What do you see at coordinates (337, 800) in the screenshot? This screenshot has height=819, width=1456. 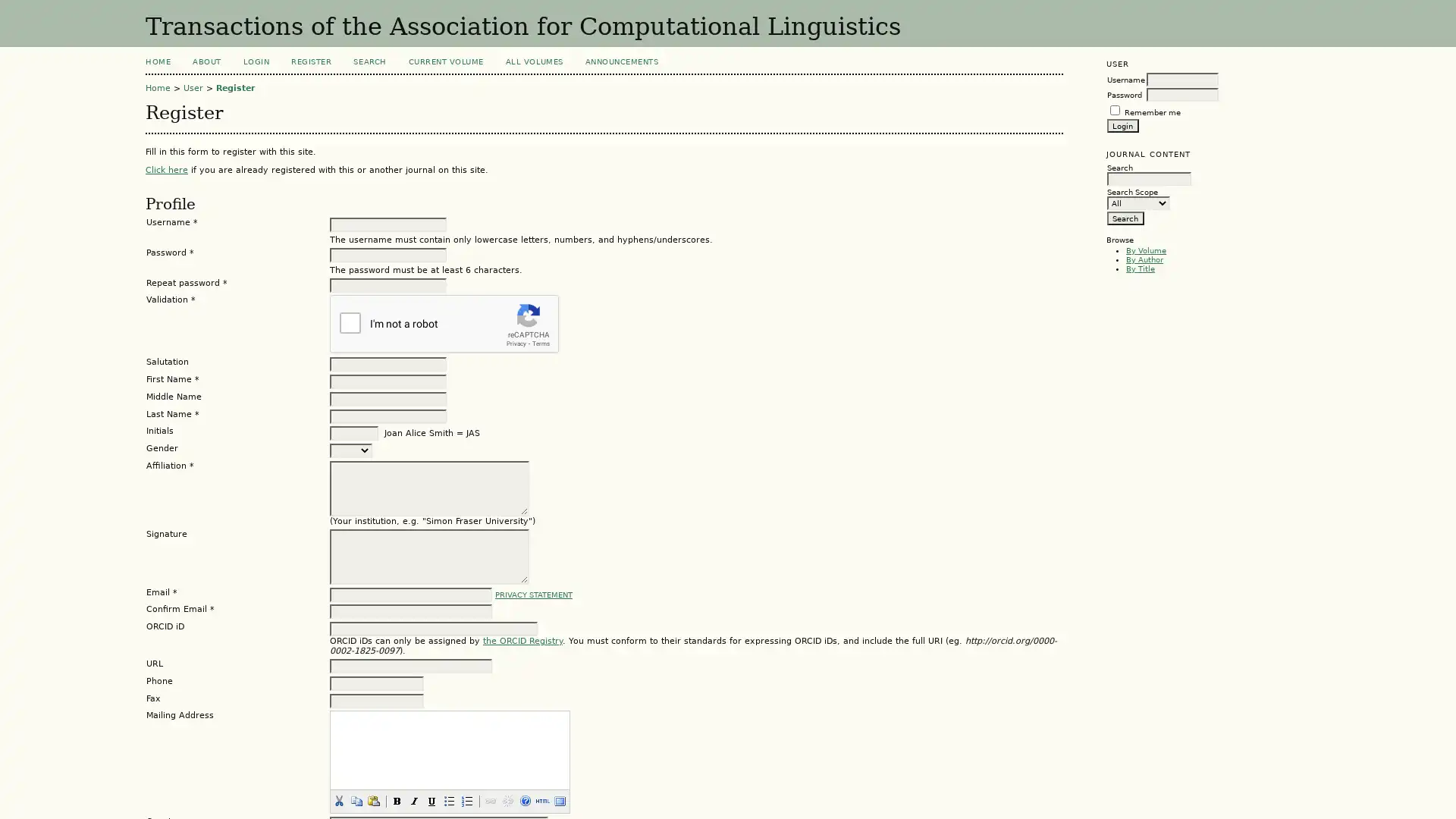 I see `Cut (Ctrl+X)` at bounding box center [337, 800].